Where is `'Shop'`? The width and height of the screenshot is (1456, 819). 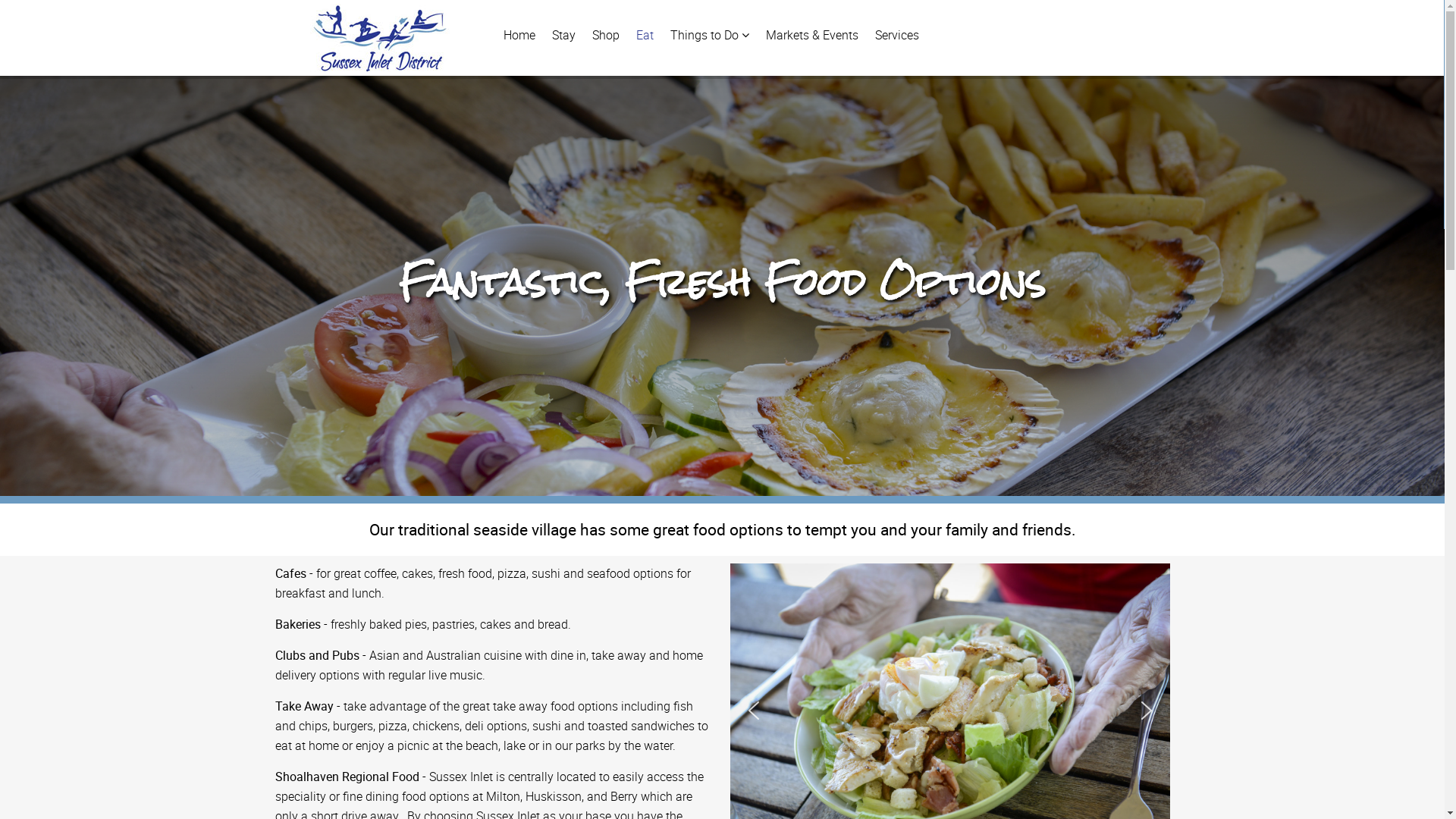 'Shop' is located at coordinates (604, 34).